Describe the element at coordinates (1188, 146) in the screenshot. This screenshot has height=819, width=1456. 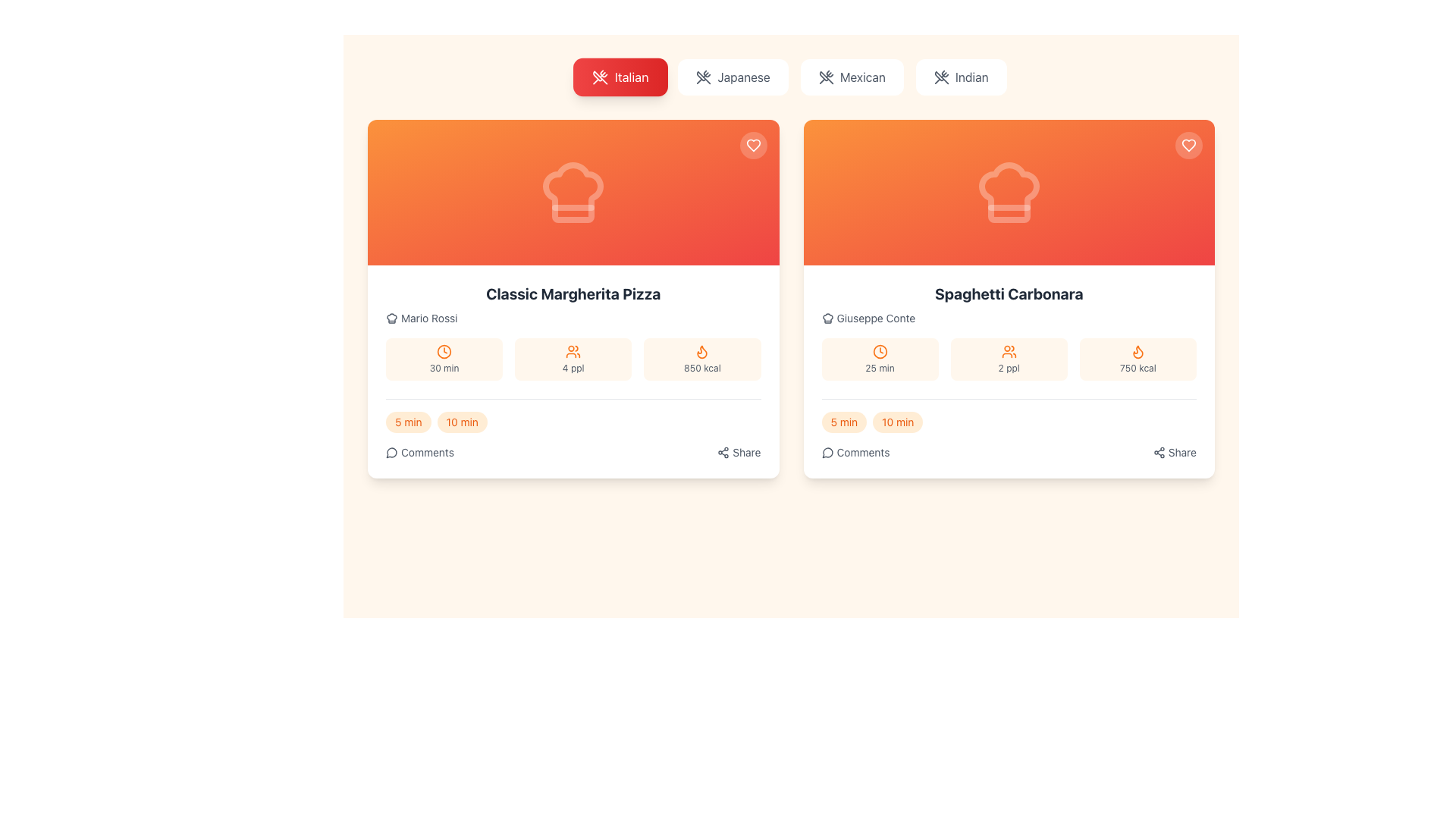
I see `the favorite button located in the top-right corner of the 'Spaghetti Carbonara' card` at that location.